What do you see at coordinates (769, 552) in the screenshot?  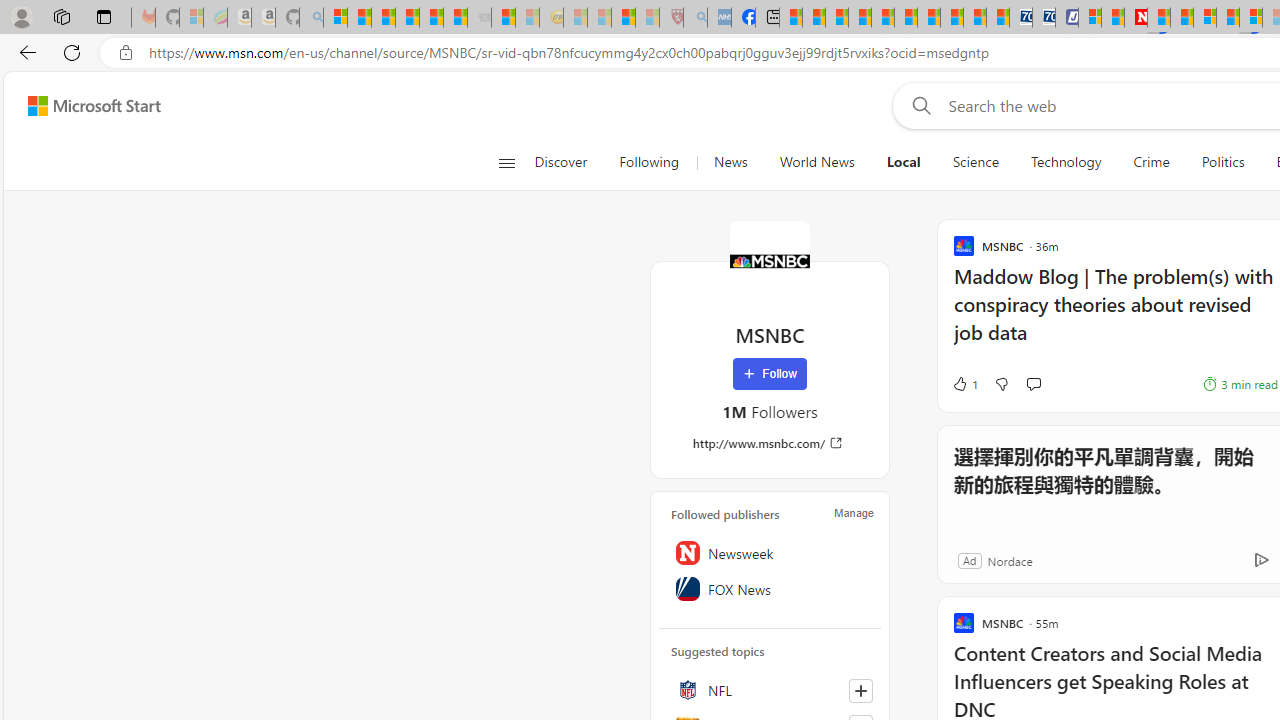 I see `'Newsweek'` at bounding box center [769, 552].